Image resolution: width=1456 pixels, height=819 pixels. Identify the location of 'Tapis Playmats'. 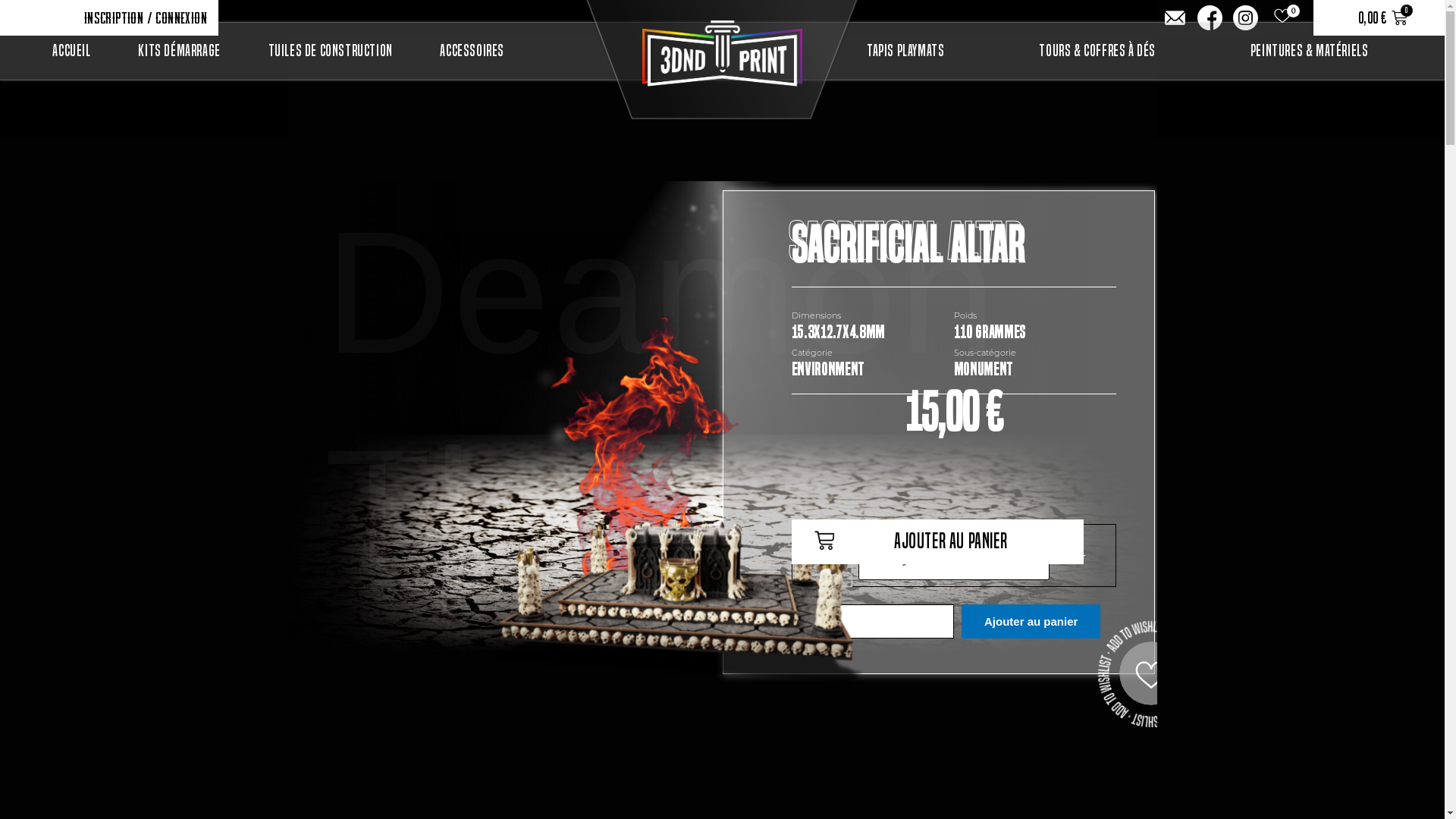
(905, 49).